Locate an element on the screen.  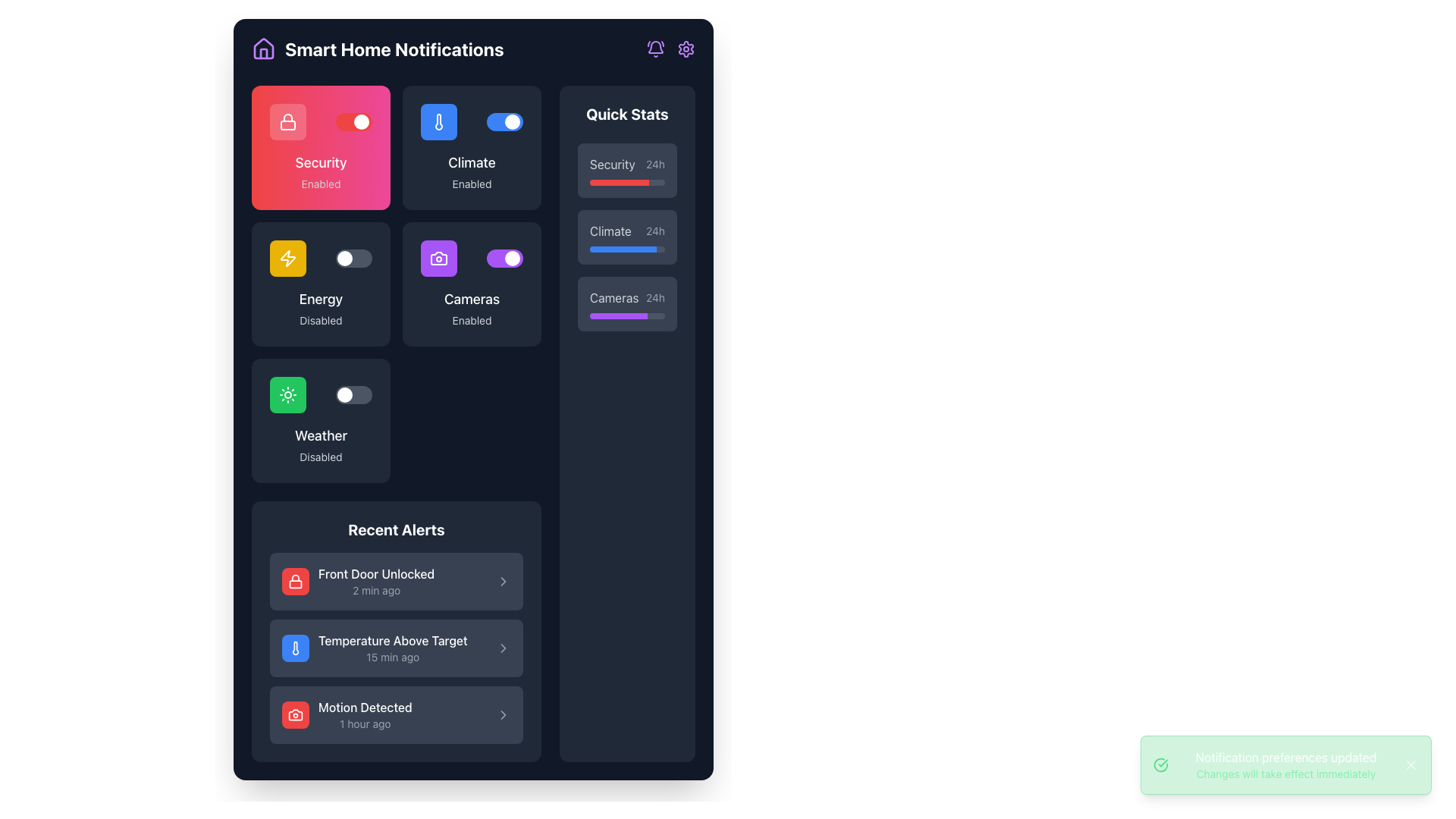
the toggle switch in the 'Cameras' feature group to change its state is located at coordinates (471, 257).